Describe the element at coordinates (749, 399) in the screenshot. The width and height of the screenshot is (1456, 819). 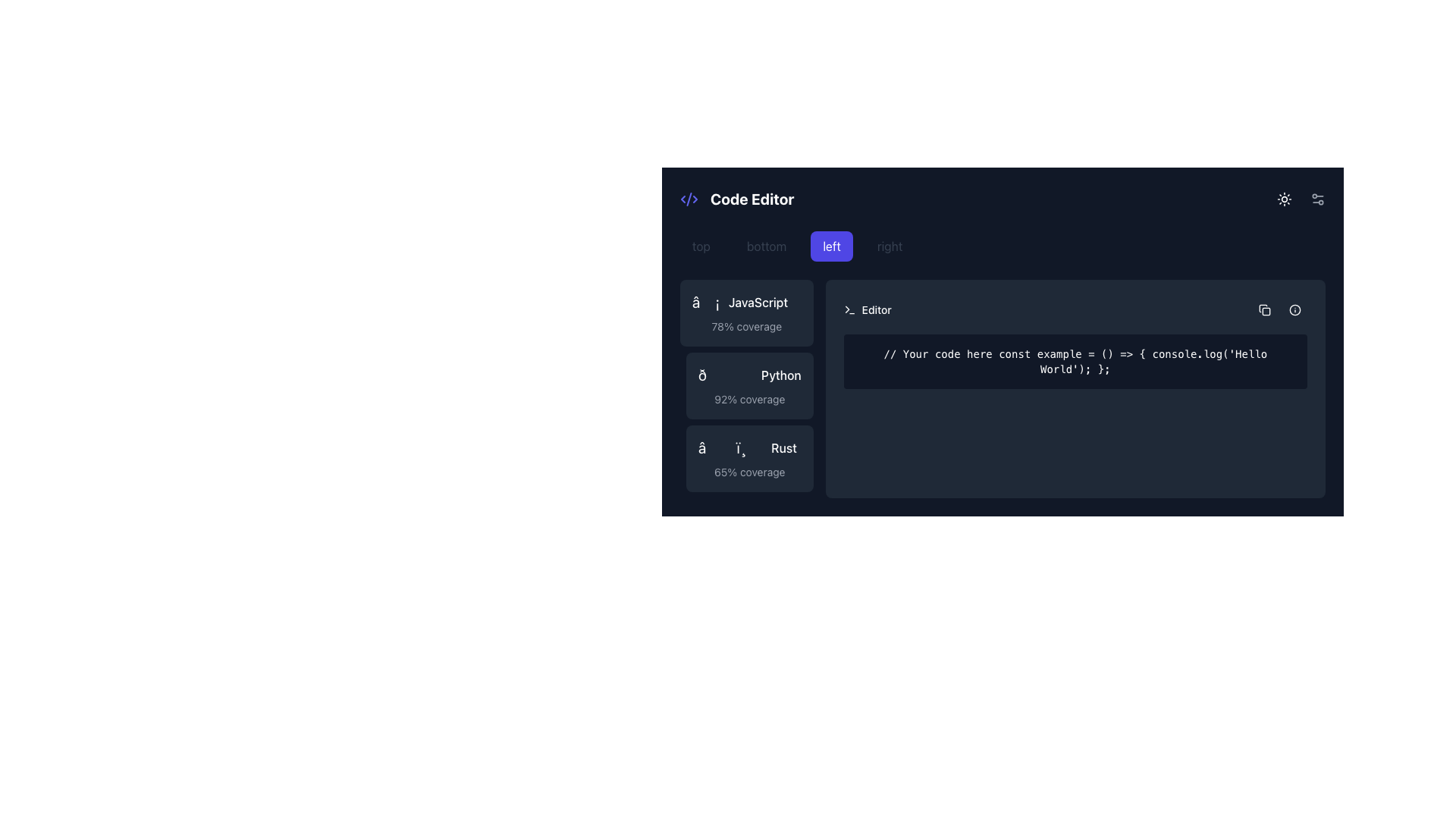
I see `the text label displaying '92% coverage' located within the 'Python' card, positioned at the bottom left of the main interface` at that location.